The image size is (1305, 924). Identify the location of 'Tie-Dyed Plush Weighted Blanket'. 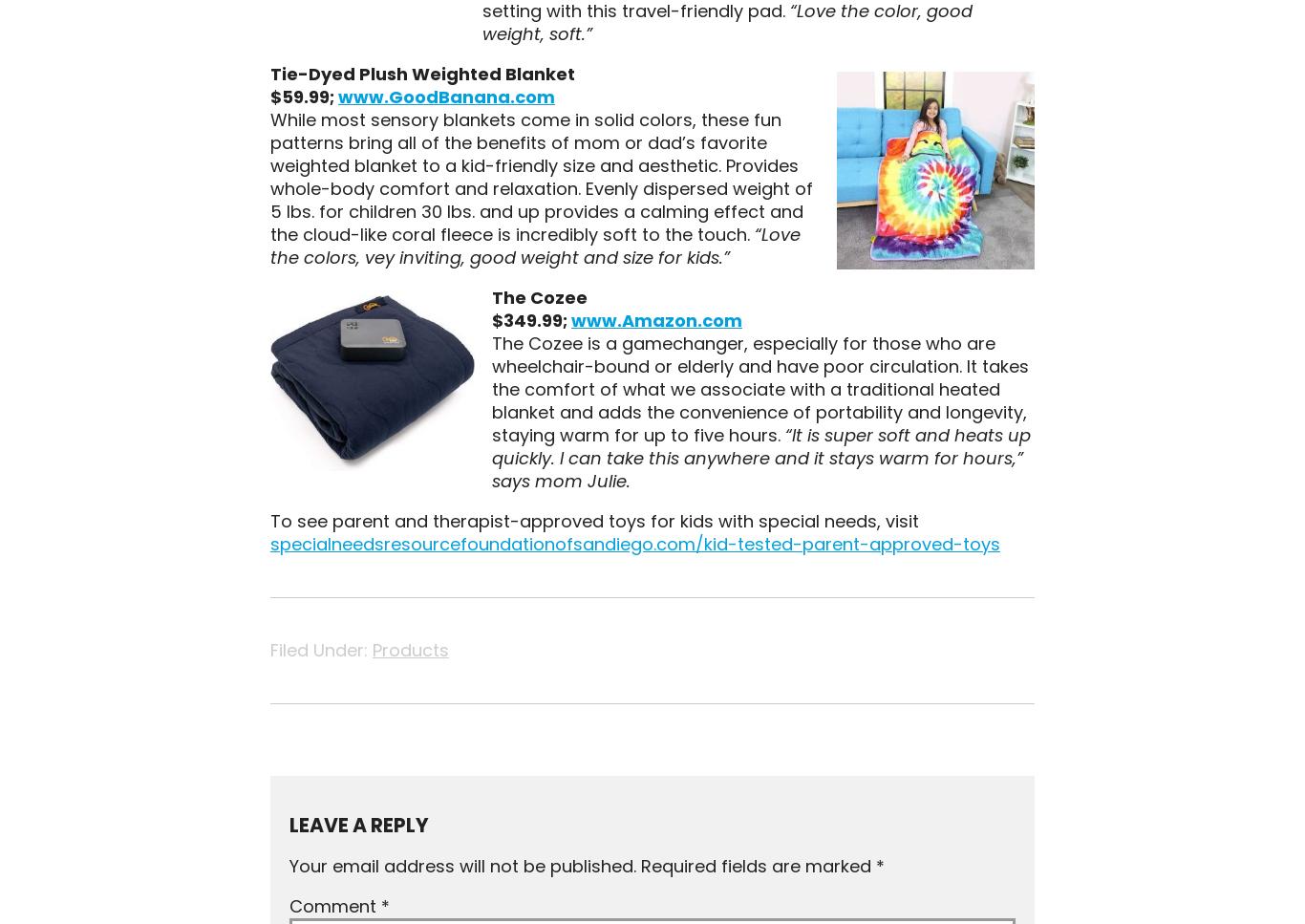
(420, 73).